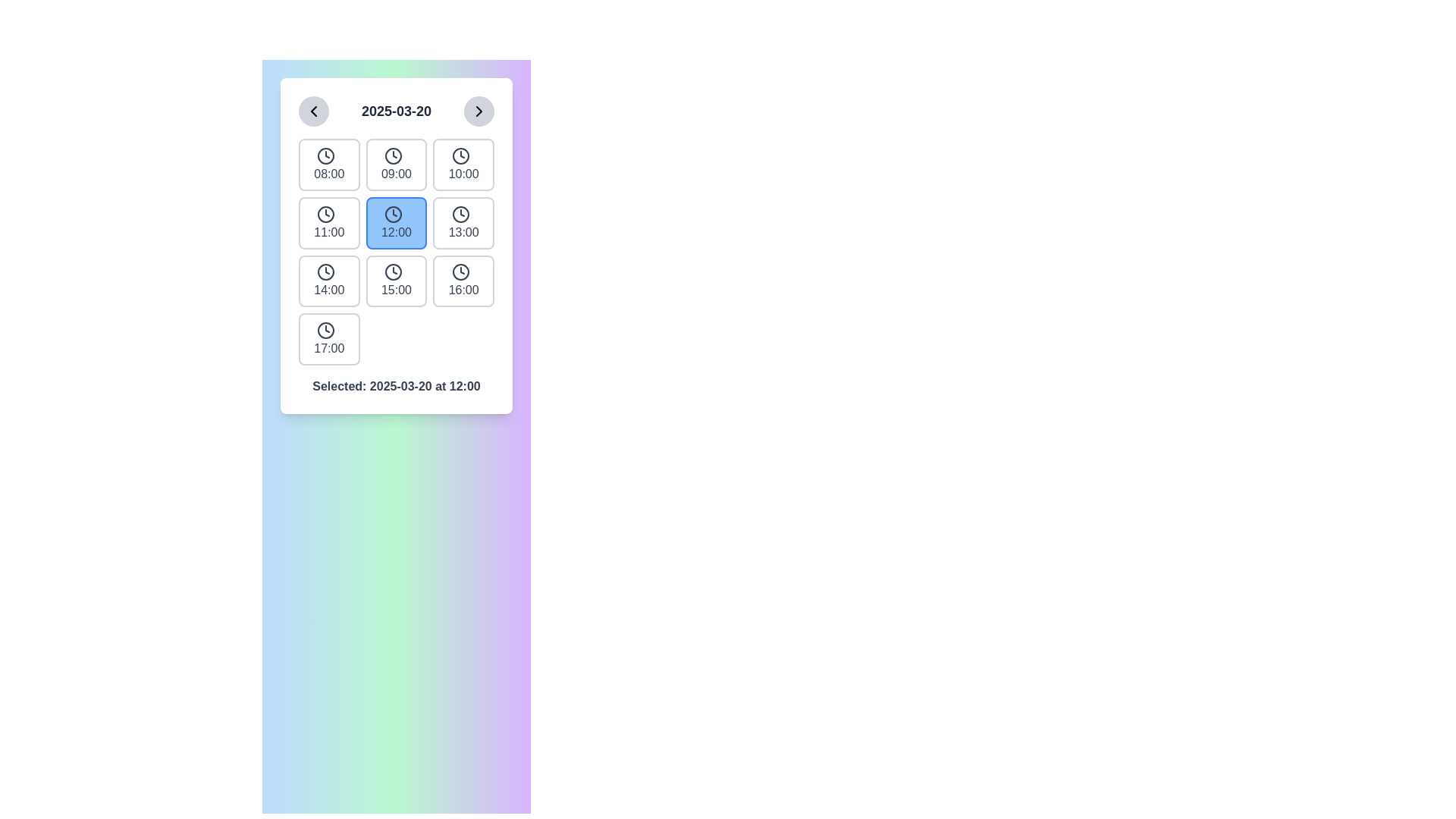  Describe the element at coordinates (397, 245) in the screenshot. I see `the time selection button displaying '12:00' with a blue background` at that location.